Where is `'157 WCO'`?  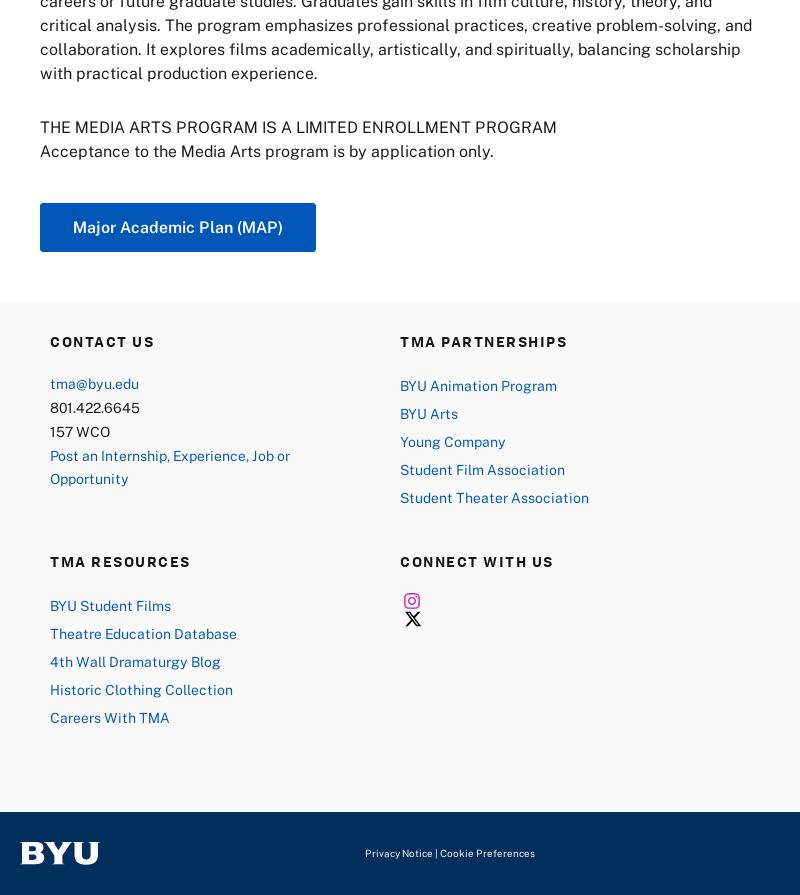
'157 WCO' is located at coordinates (49, 430).